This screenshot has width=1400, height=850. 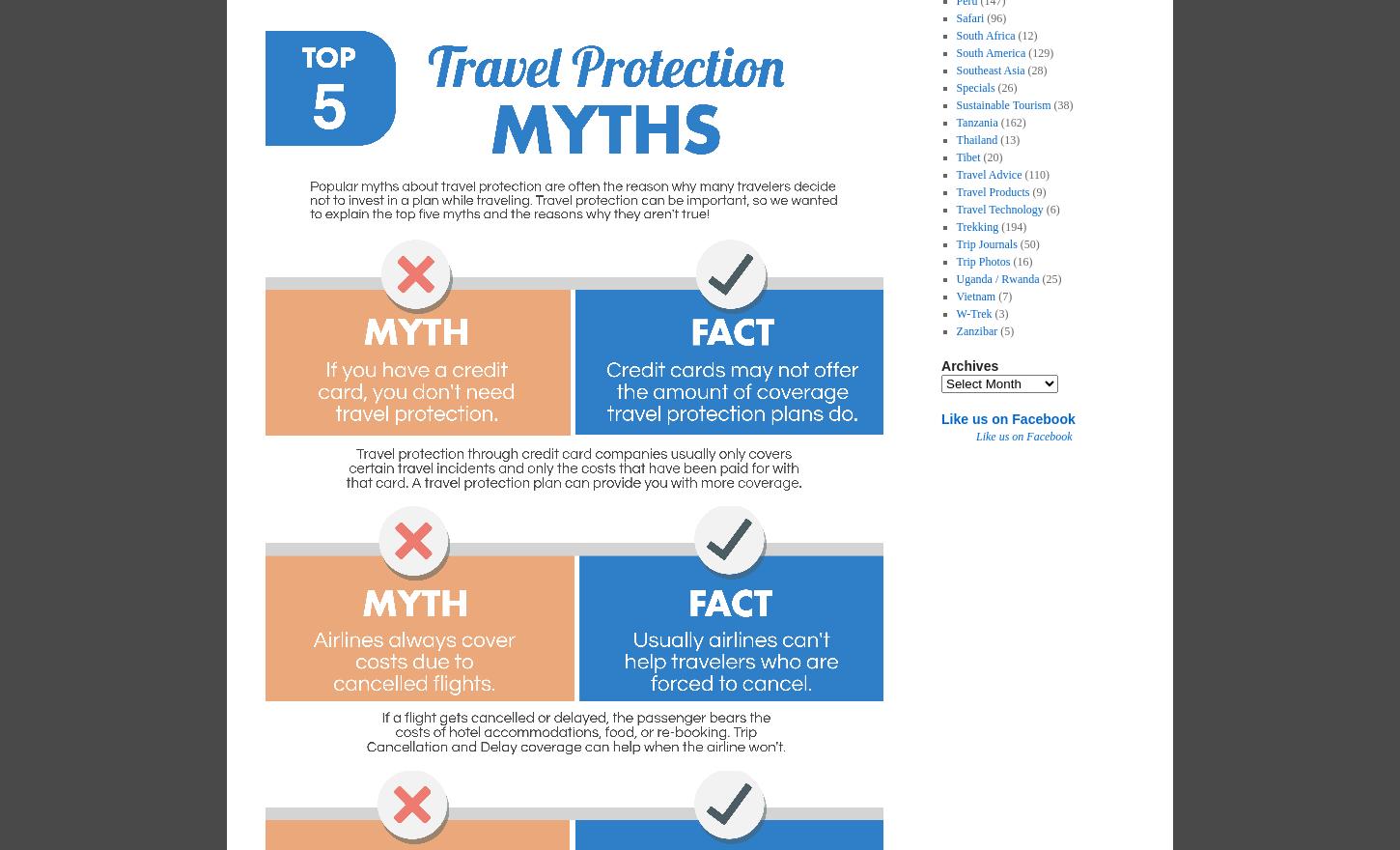 What do you see at coordinates (994, 17) in the screenshot?
I see `'(96)'` at bounding box center [994, 17].